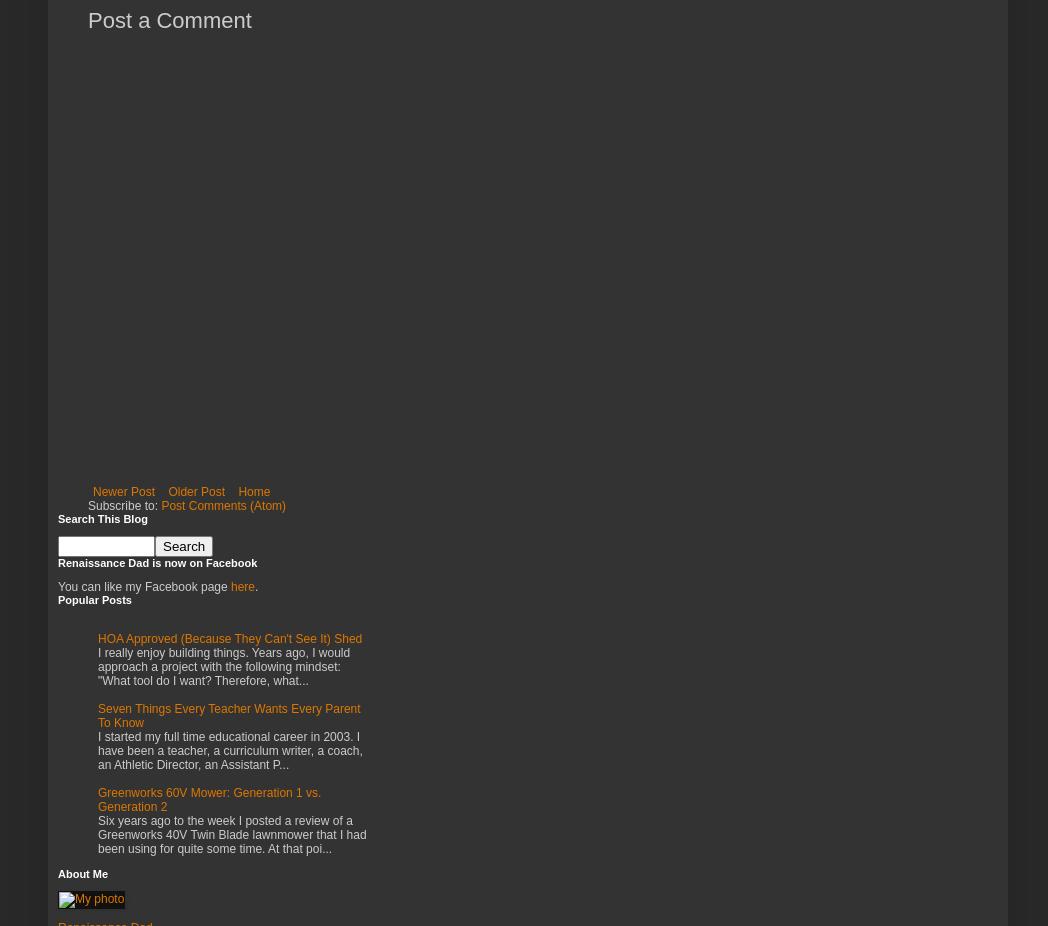  I want to click on 'Post Comments (Atom)', so click(160, 504).